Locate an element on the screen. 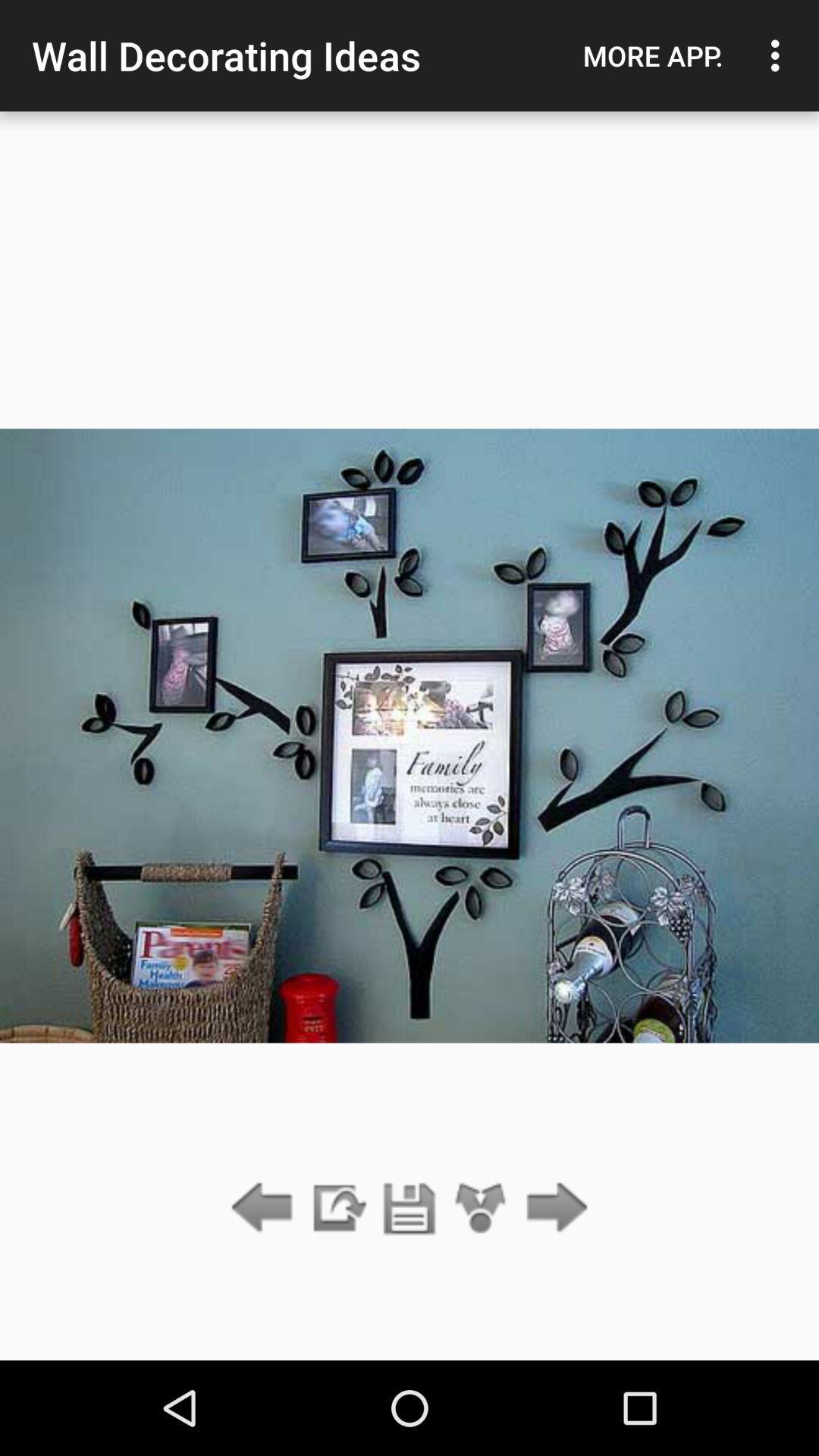 The image size is (819, 1456). the arrow_backward icon is located at coordinates (265, 1208).